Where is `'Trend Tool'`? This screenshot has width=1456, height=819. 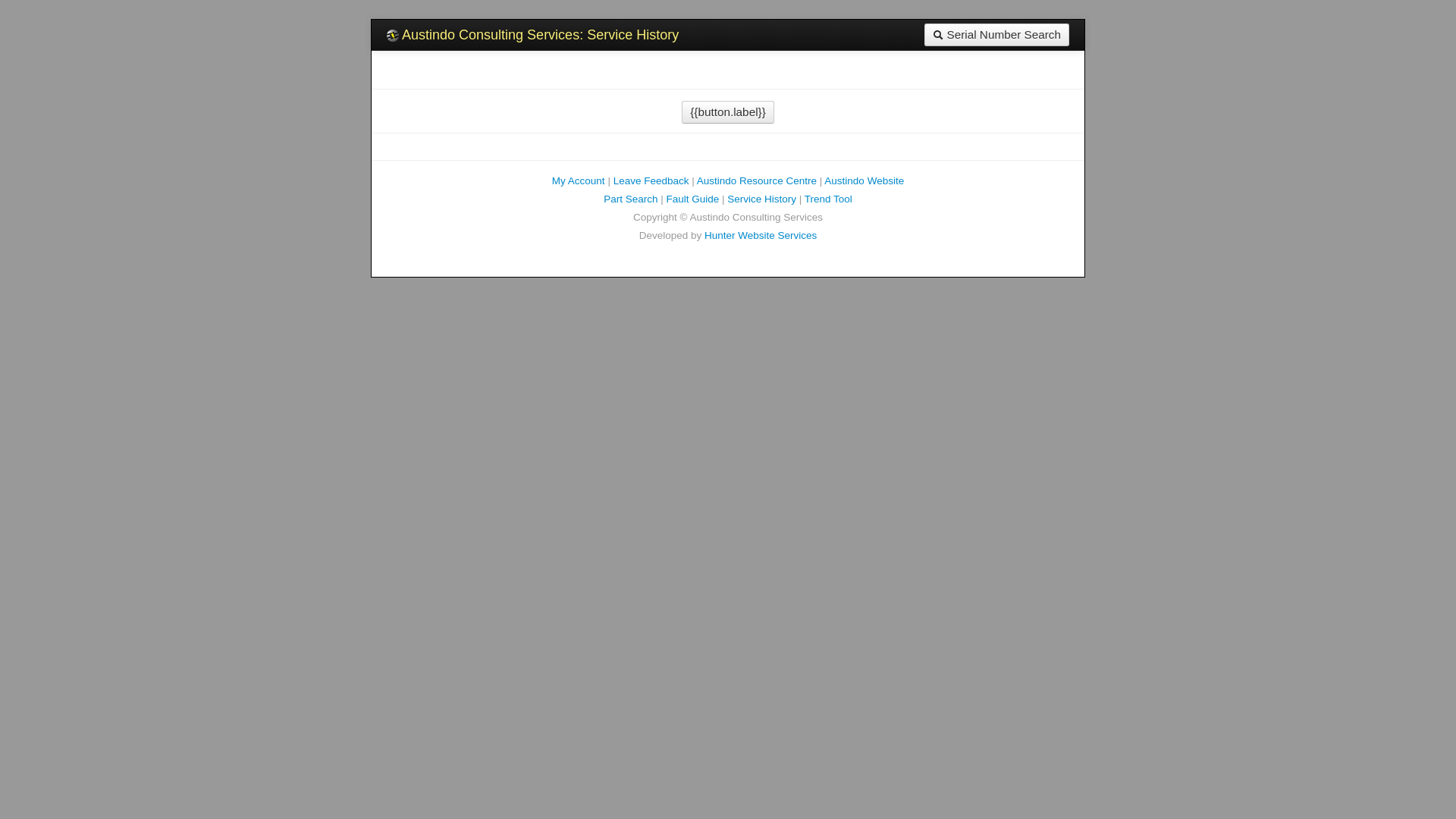
'Trend Tool' is located at coordinates (827, 198).